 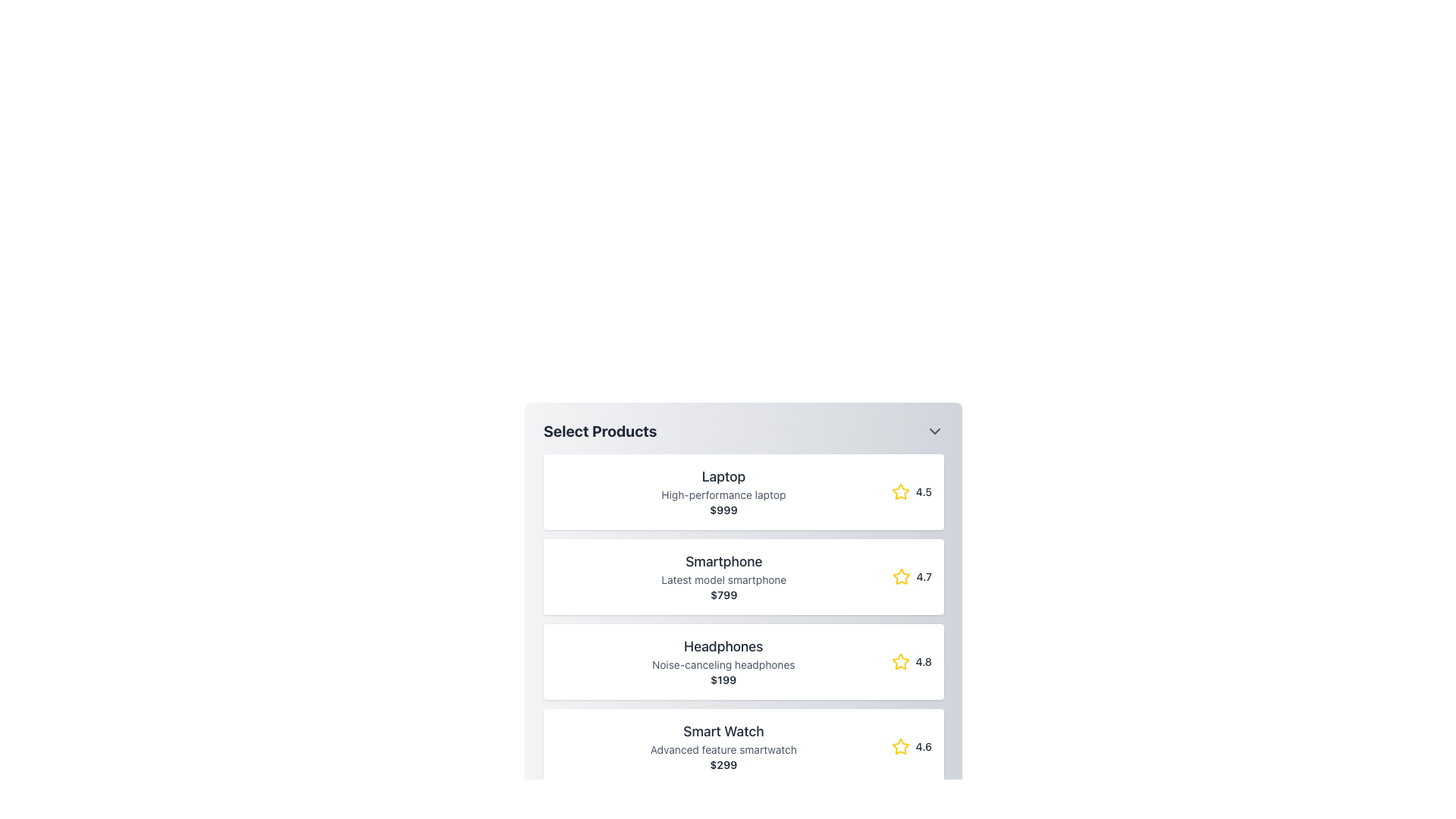 What do you see at coordinates (743, 576) in the screenshot?
I see `the product entry card for 'Smartphone', which is the second item in the list of products under 'Select Products'` at bounding box center [743, 576].